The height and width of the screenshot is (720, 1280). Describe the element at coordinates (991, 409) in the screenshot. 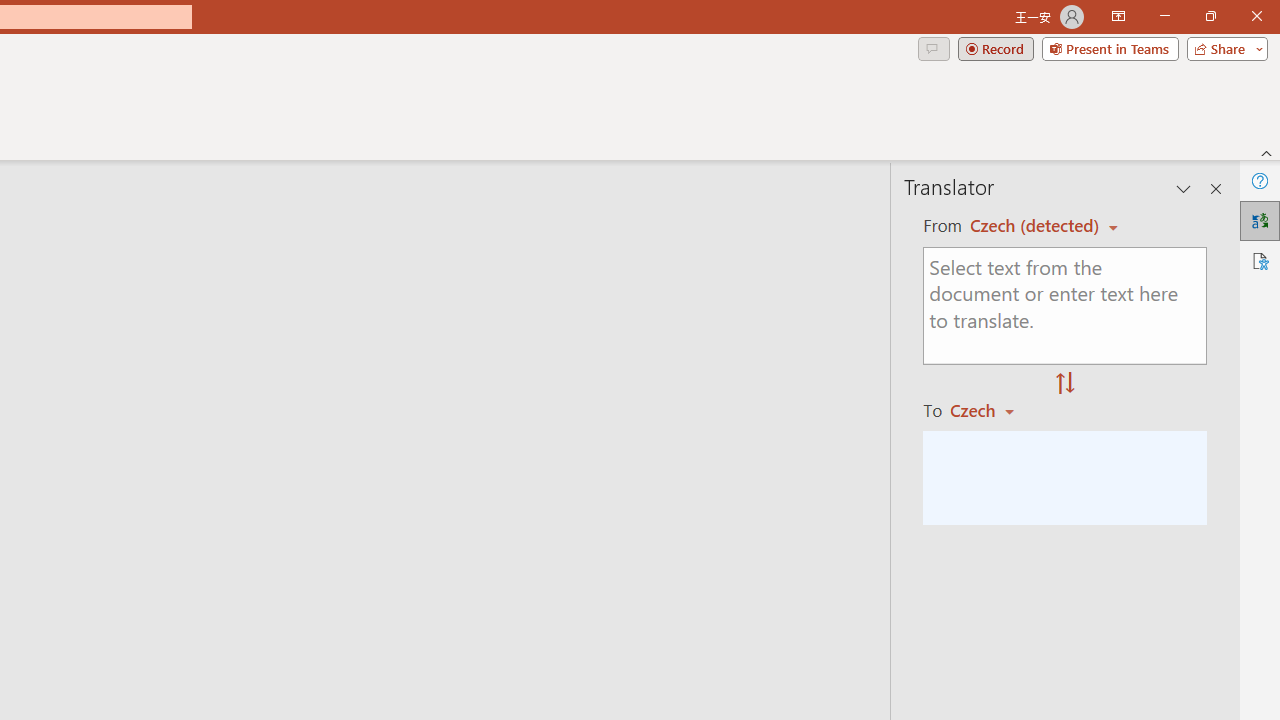

I see `'Czech'` at that location.